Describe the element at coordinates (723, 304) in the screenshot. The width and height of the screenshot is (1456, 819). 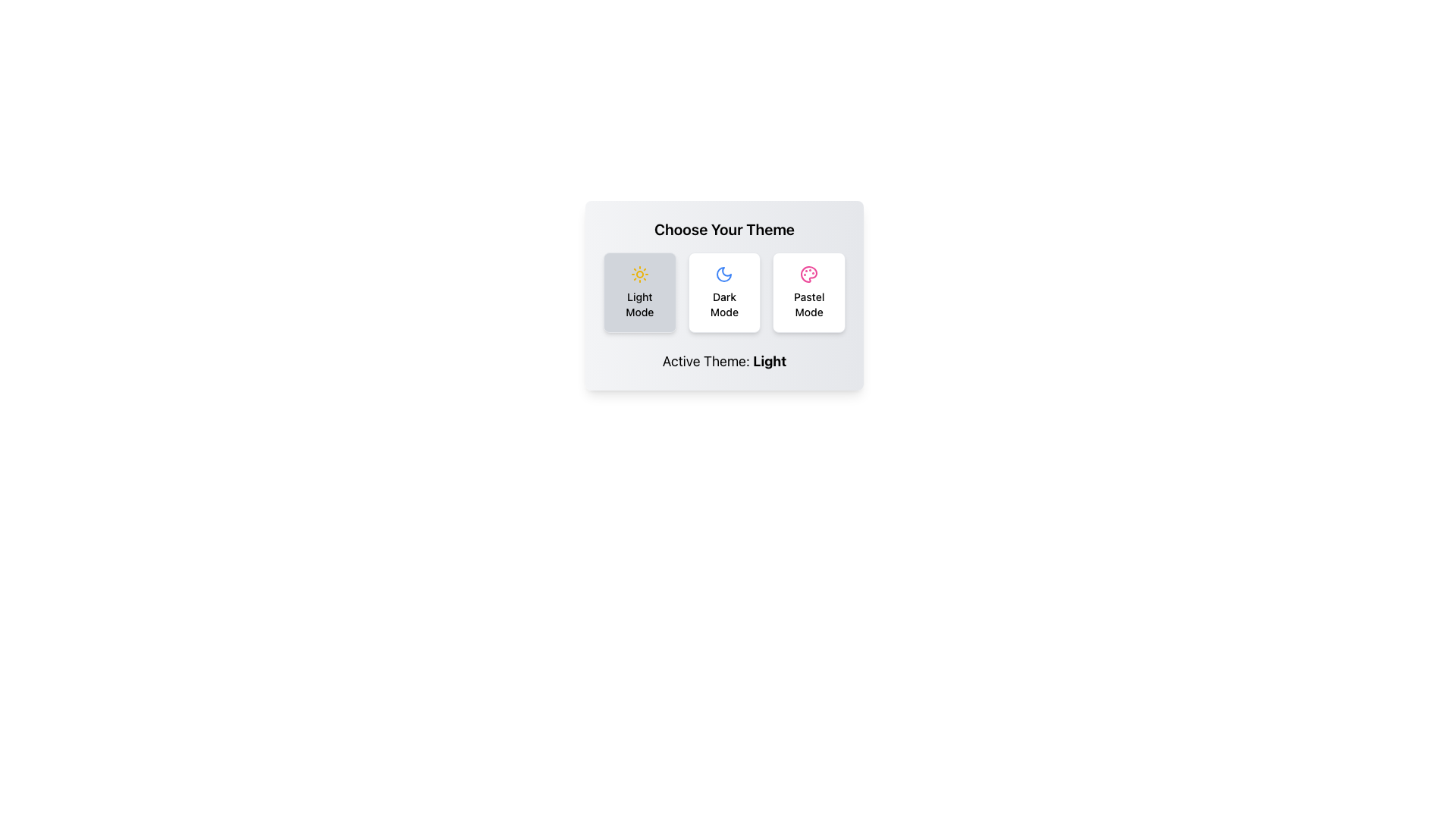
I see `the 'Dark Mode' text label, which is centrally aligned under the crescent moon icon in the theme selector interface` at that location.